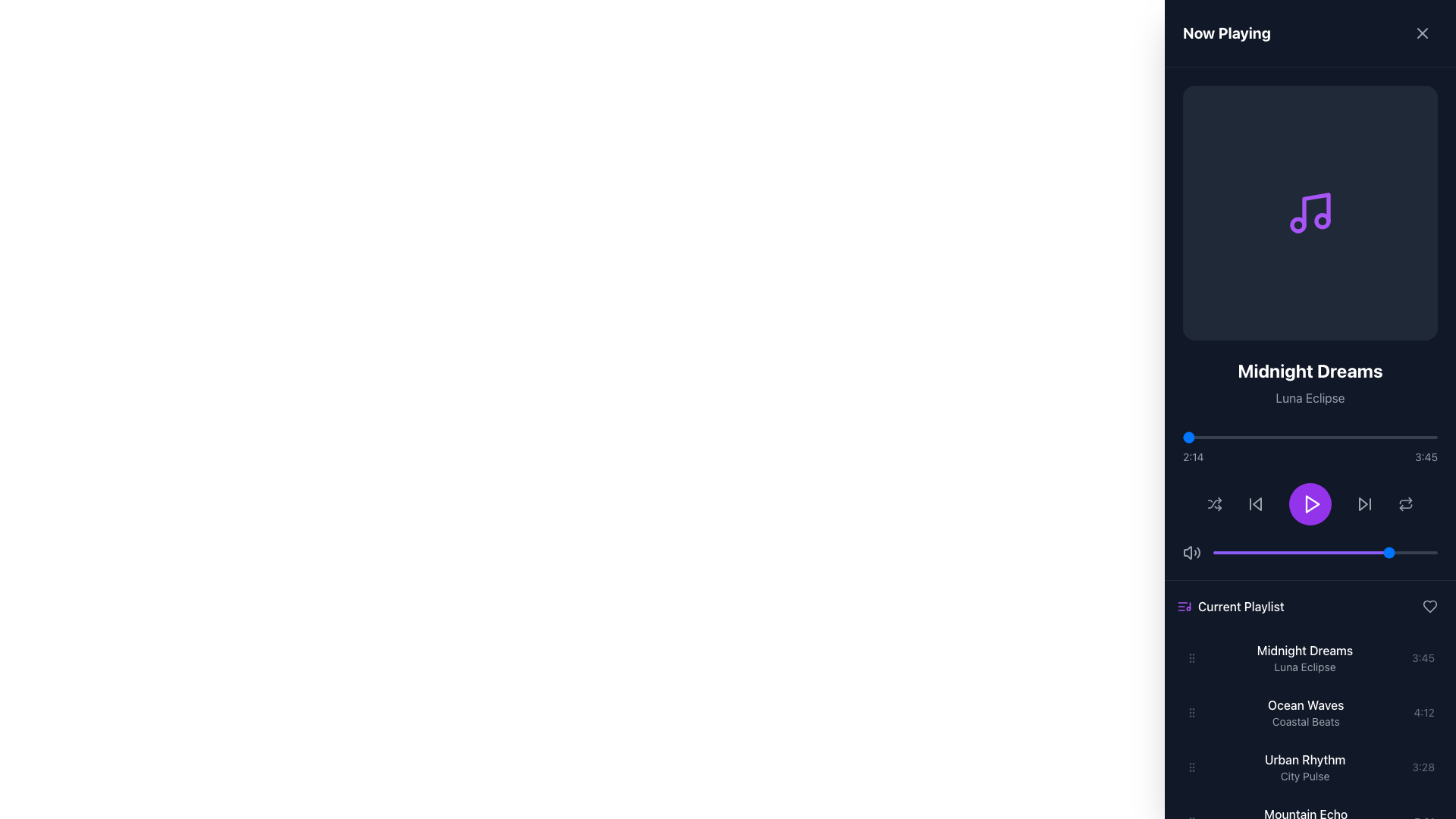 The height and width of the screenshot is (819, 1456). I want to click on the label with icon that indicates the current playlist section, so click(1230, 605).